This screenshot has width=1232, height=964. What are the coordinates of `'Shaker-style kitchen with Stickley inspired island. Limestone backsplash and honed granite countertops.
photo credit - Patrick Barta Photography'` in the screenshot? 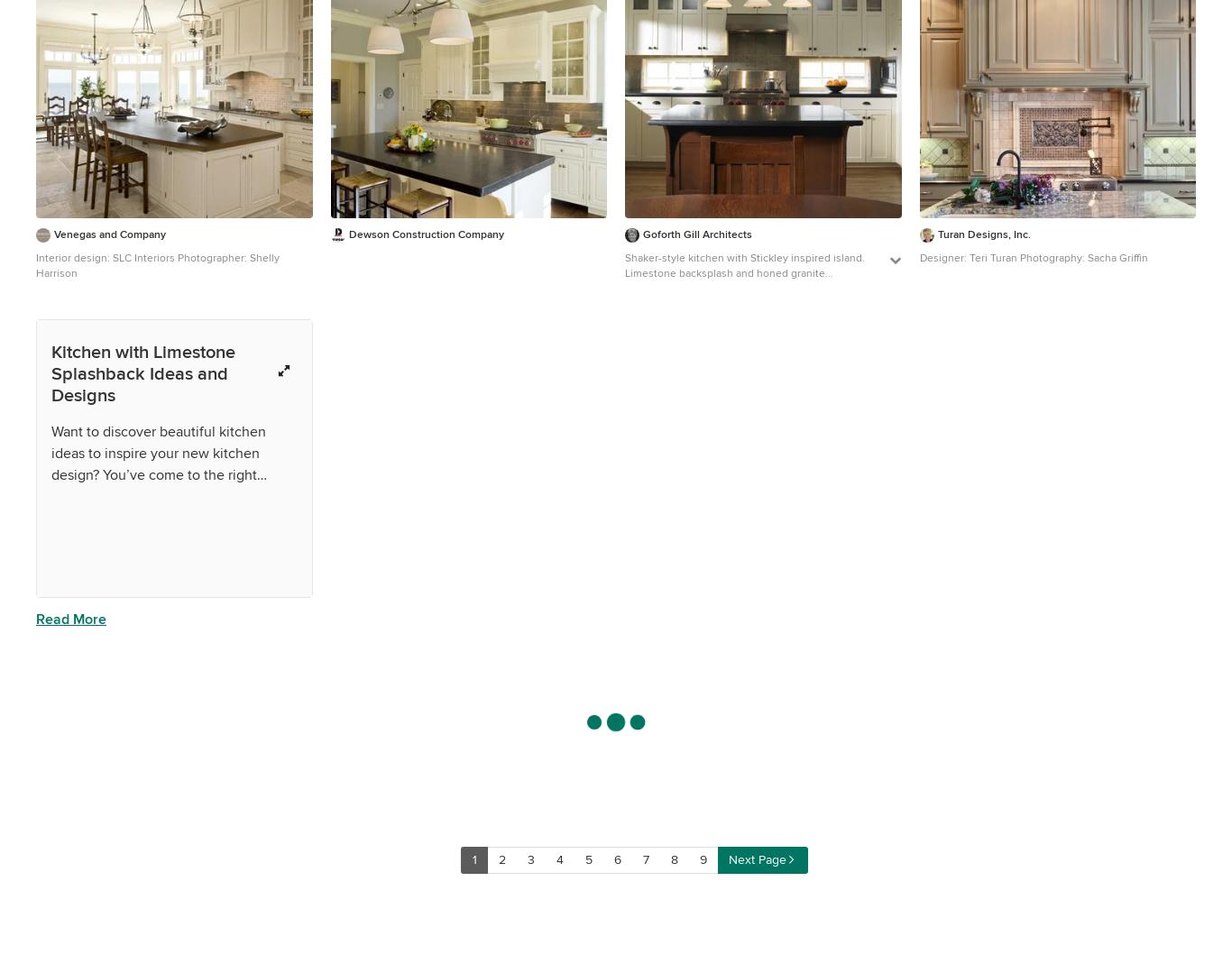 It's located at (744, 280).